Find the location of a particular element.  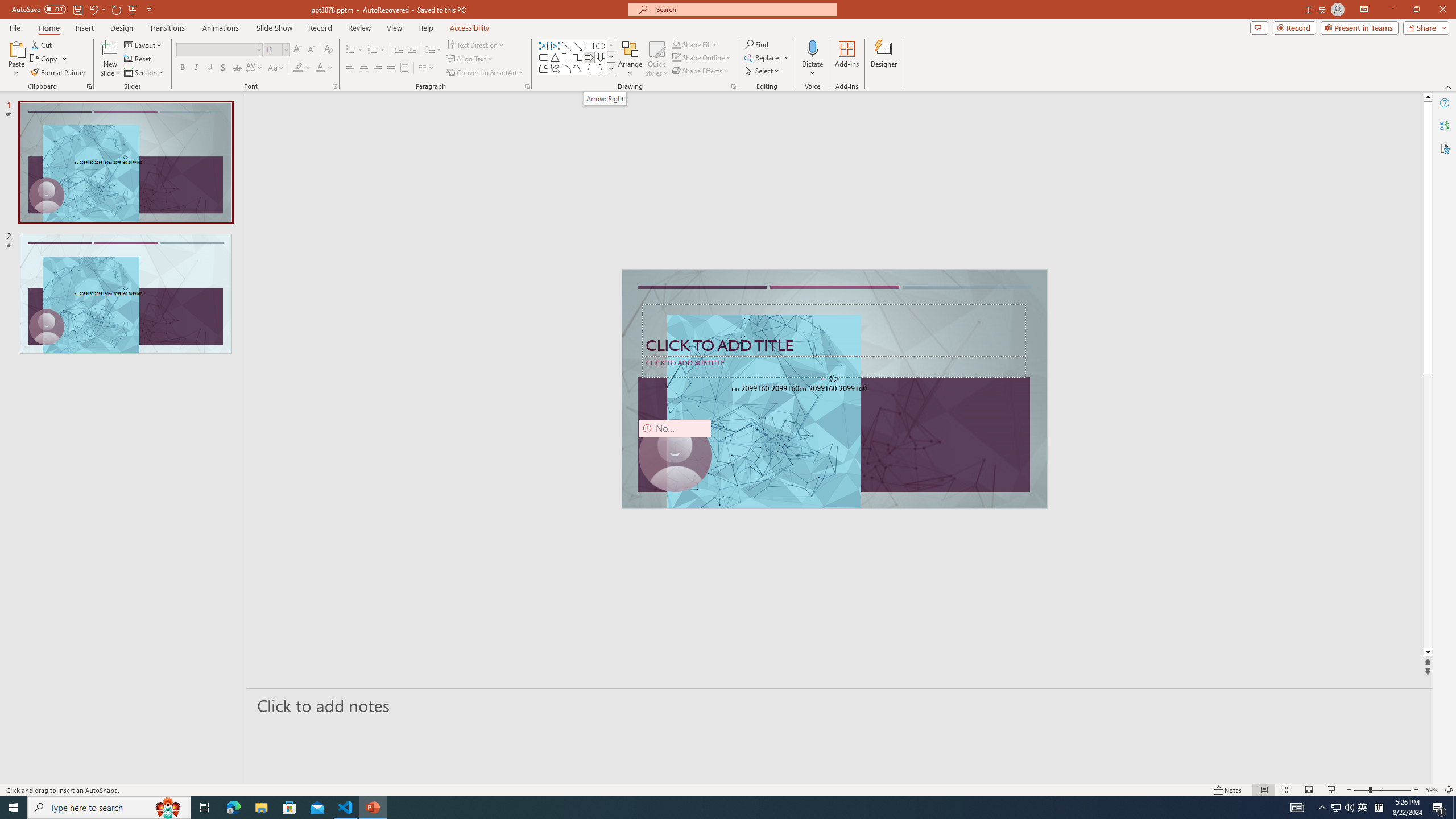

'Italic' is located at coordinates (195, 67).